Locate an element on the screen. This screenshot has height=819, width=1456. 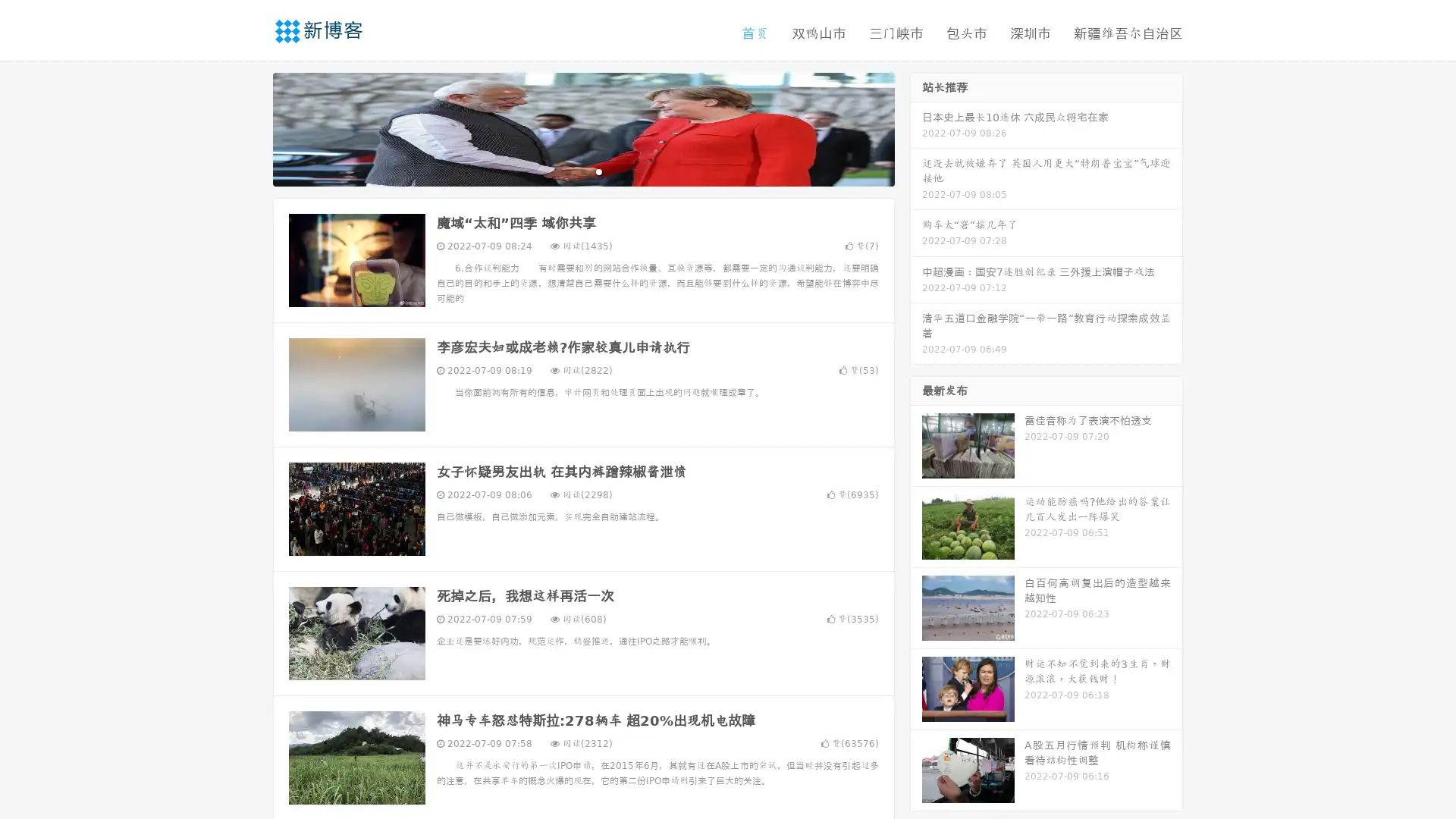
Go to slide 3 is located at coordinates (598, 171).